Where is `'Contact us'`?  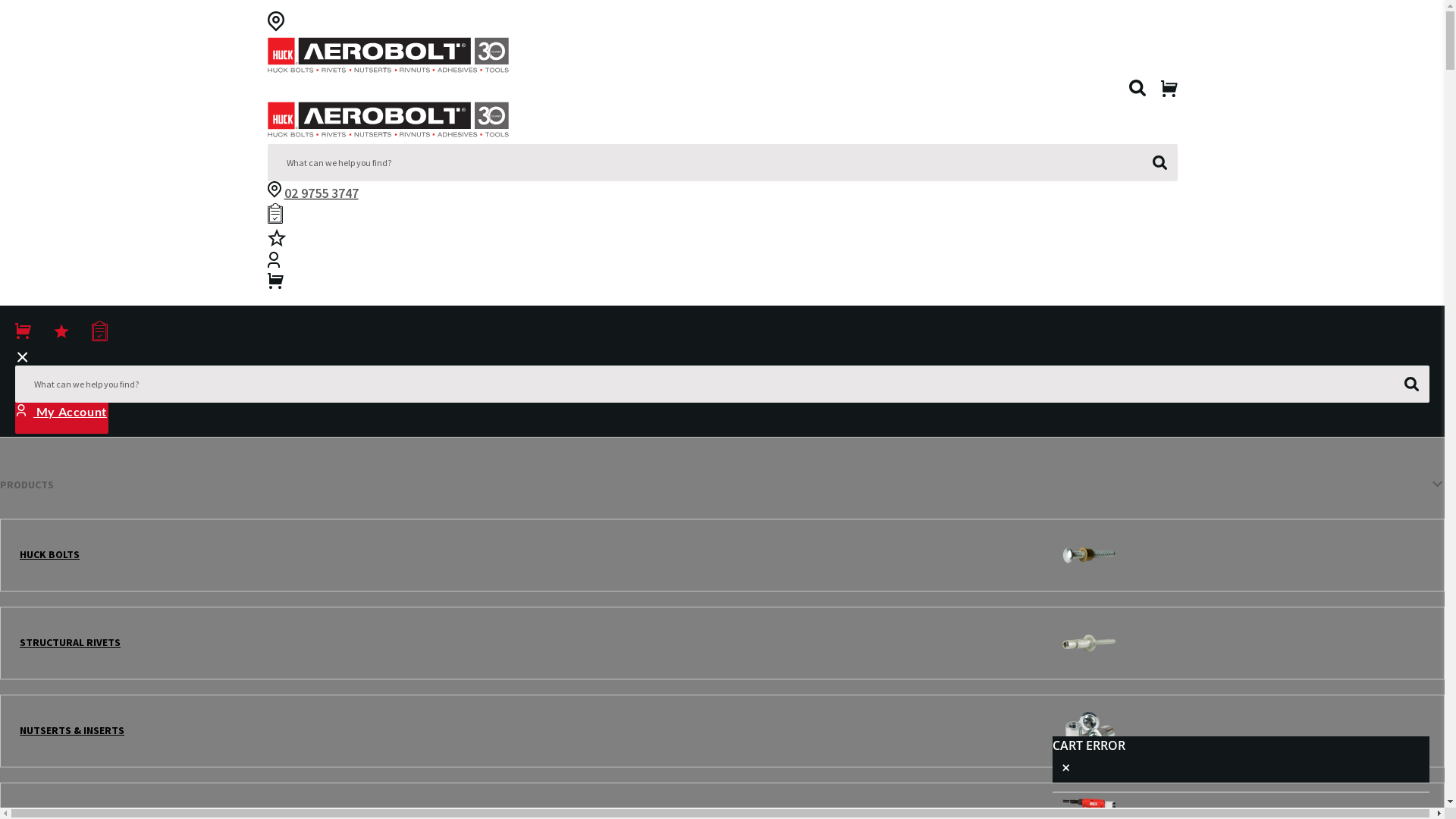
'Contact us' is located at coordinates (273, 191).